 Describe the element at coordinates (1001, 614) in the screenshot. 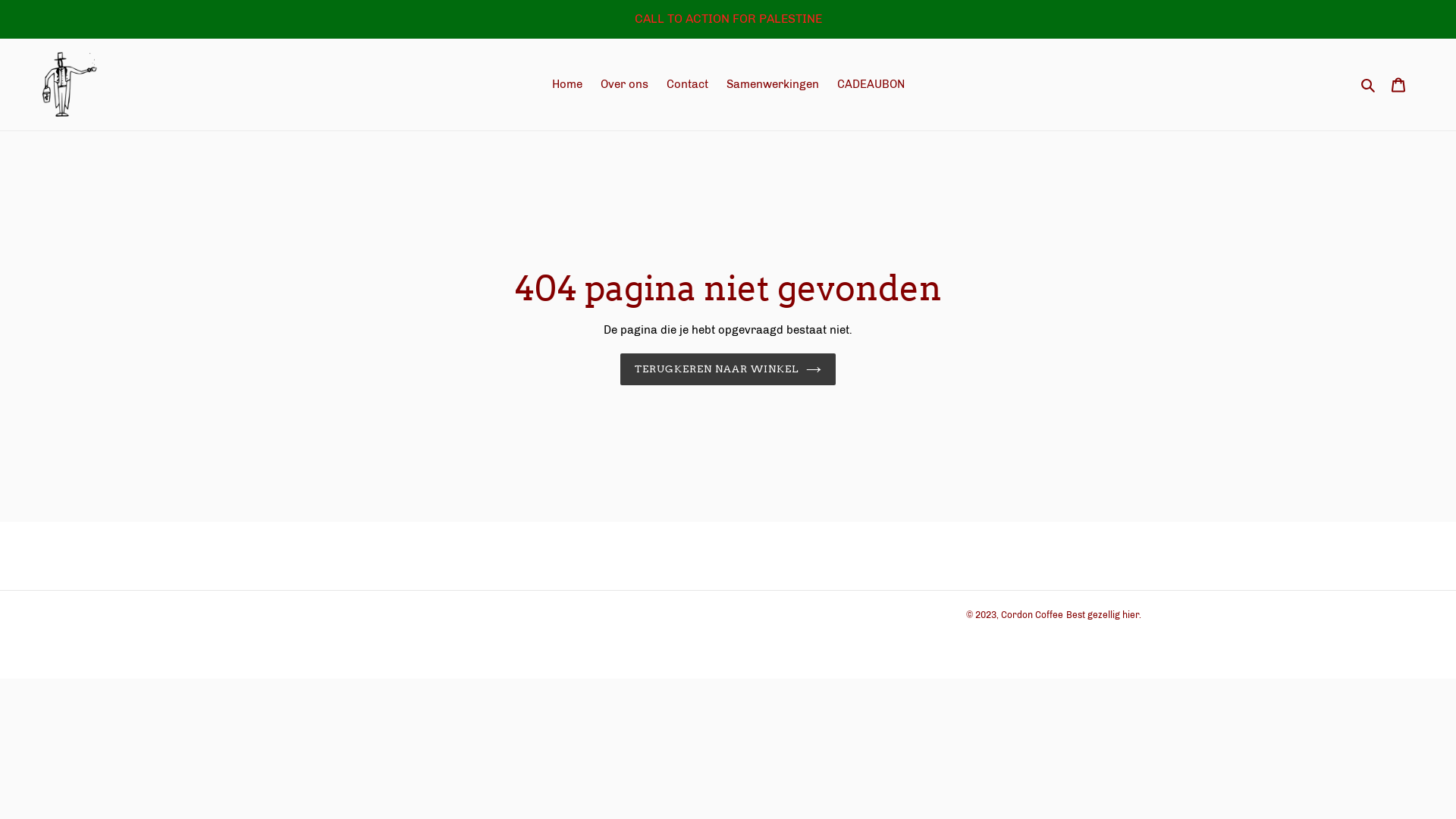

I see `'Cordon Coffee'` at that location.